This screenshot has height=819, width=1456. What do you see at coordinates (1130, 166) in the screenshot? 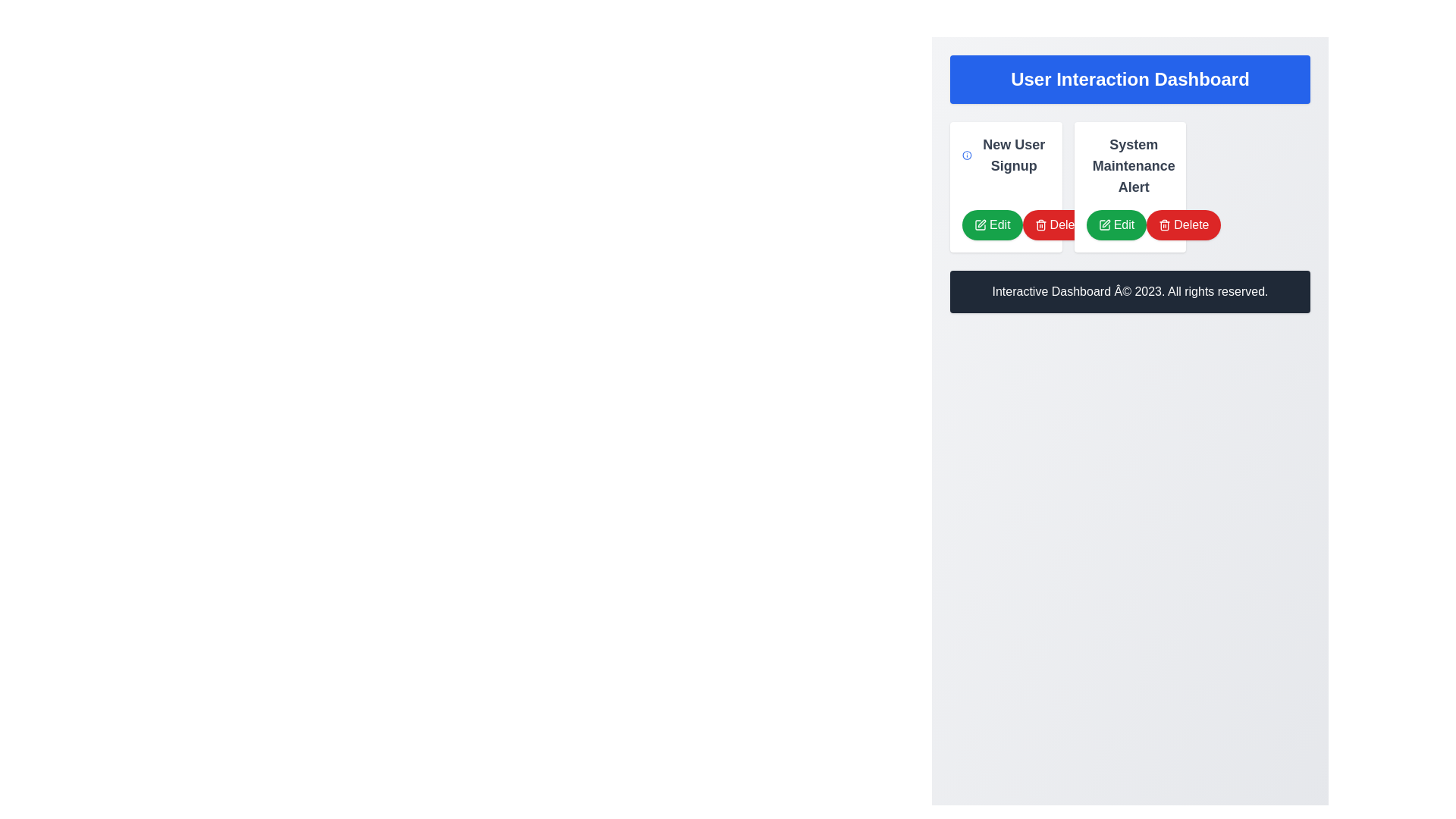
I see `text label displaying 'System Maintenance Alert' which is centrally aligned in the second card of the User Interaction Dashboard` at bounding box center [1130, 166].